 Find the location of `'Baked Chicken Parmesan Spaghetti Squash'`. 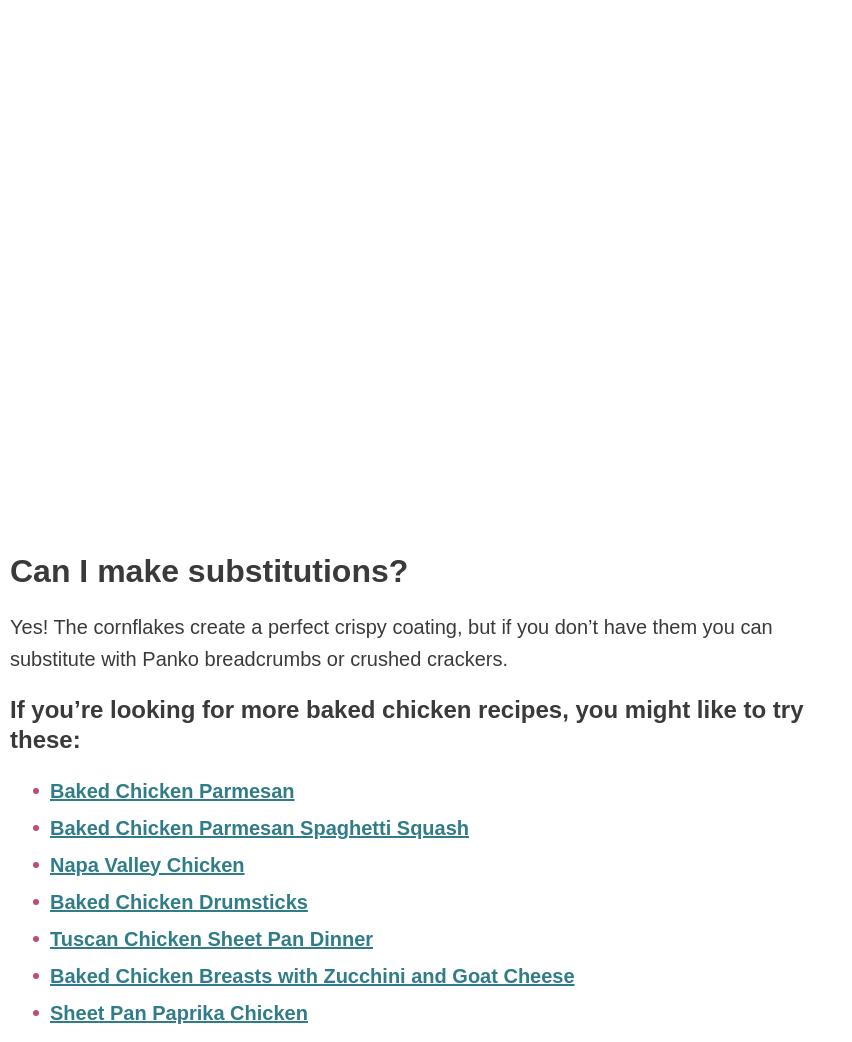

'Baked Chicken Parmesan Spaghetti Squash' is located at coordinates (50, 827).